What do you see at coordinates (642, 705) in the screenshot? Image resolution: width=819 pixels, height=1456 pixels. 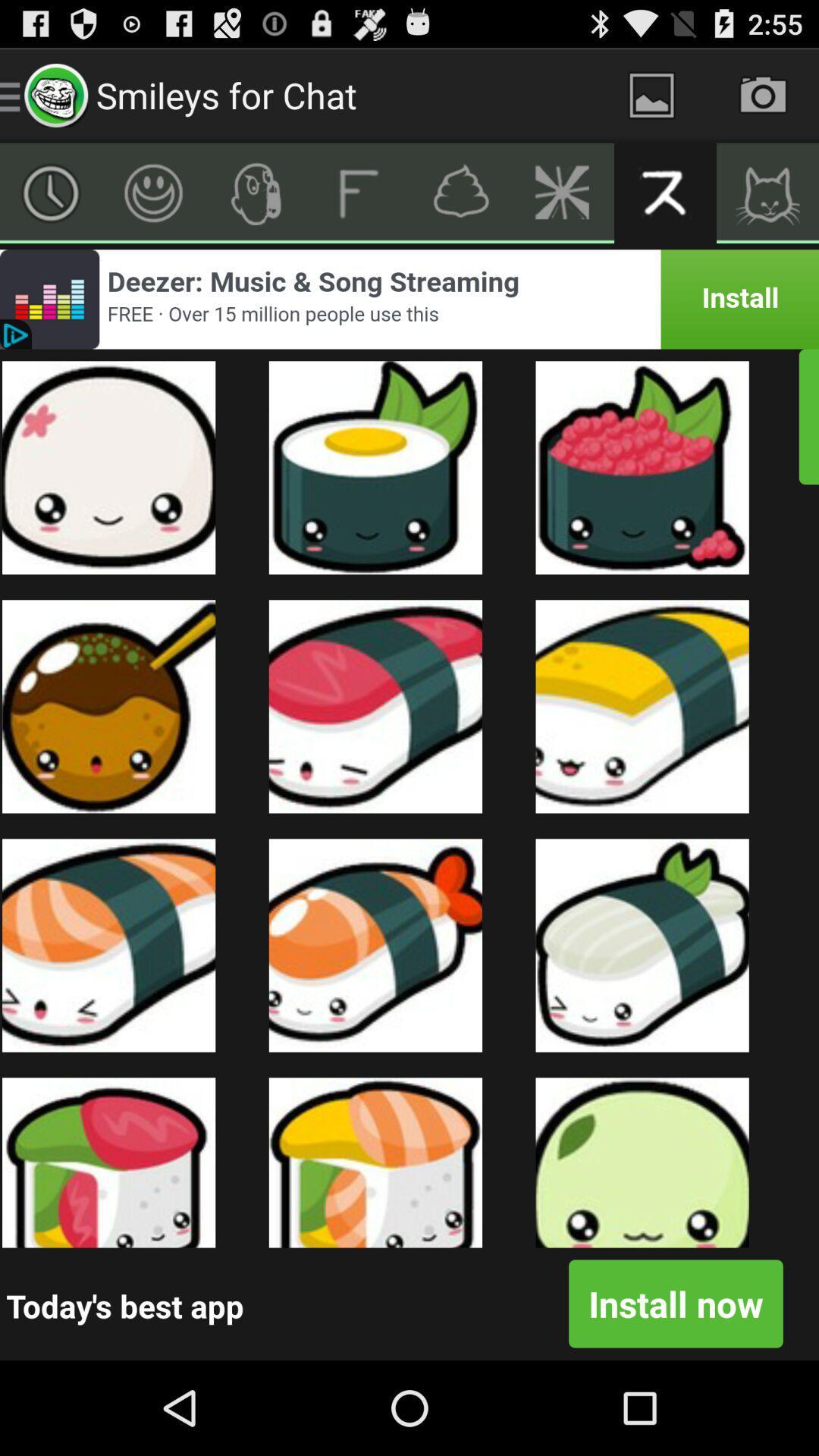 I see `the image which is right to the sleeping emoji symbol` at bounding box center [642, 705].